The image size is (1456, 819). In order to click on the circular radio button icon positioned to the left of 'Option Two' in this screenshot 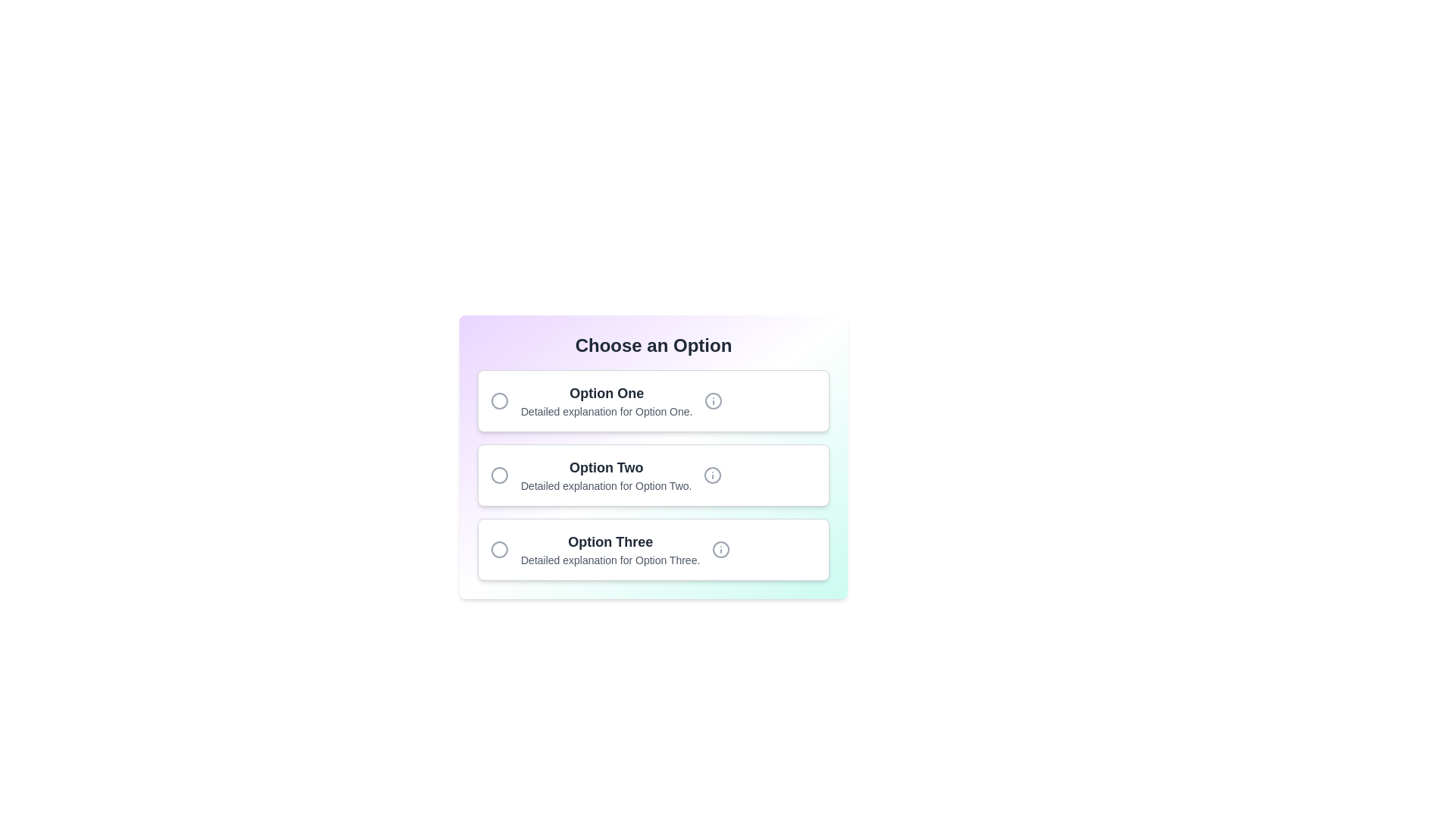, I will do `click(499, 475)`.